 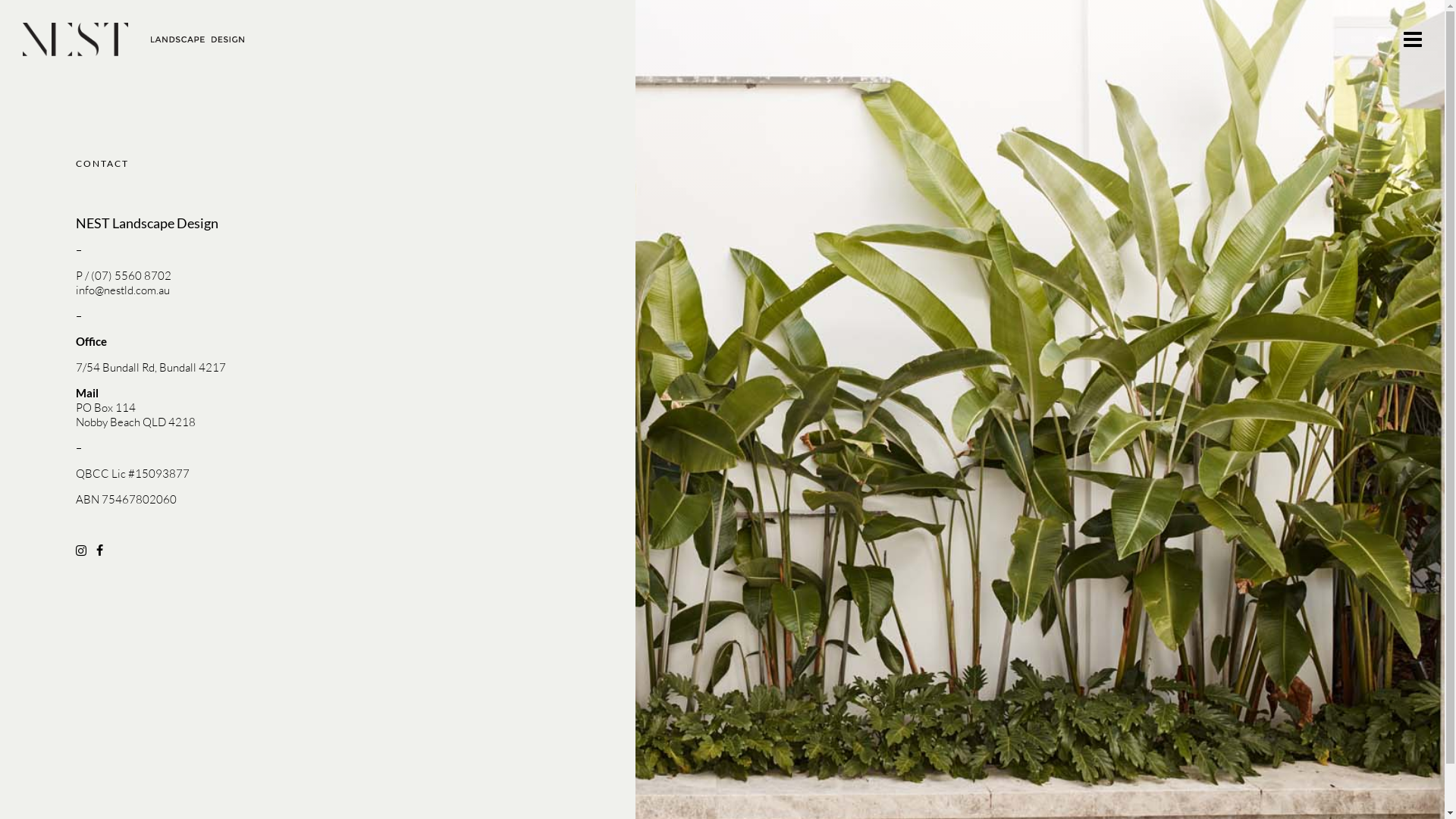 I want to click on 'info@nestld.com.au', so click(x=123, y=290).